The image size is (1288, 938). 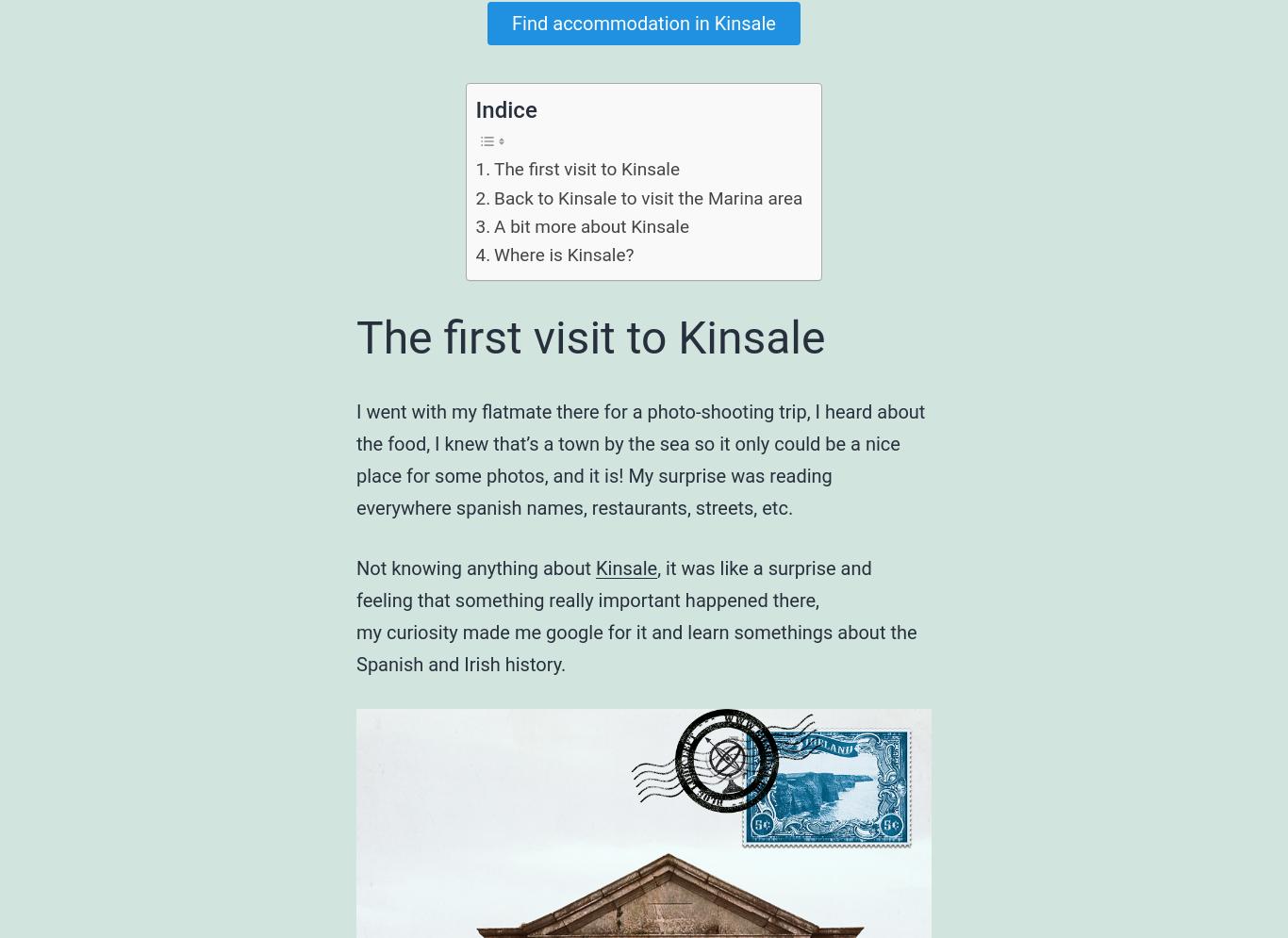 I want to click on 'A bit more about Kinsale', so click(x=590, y=225).